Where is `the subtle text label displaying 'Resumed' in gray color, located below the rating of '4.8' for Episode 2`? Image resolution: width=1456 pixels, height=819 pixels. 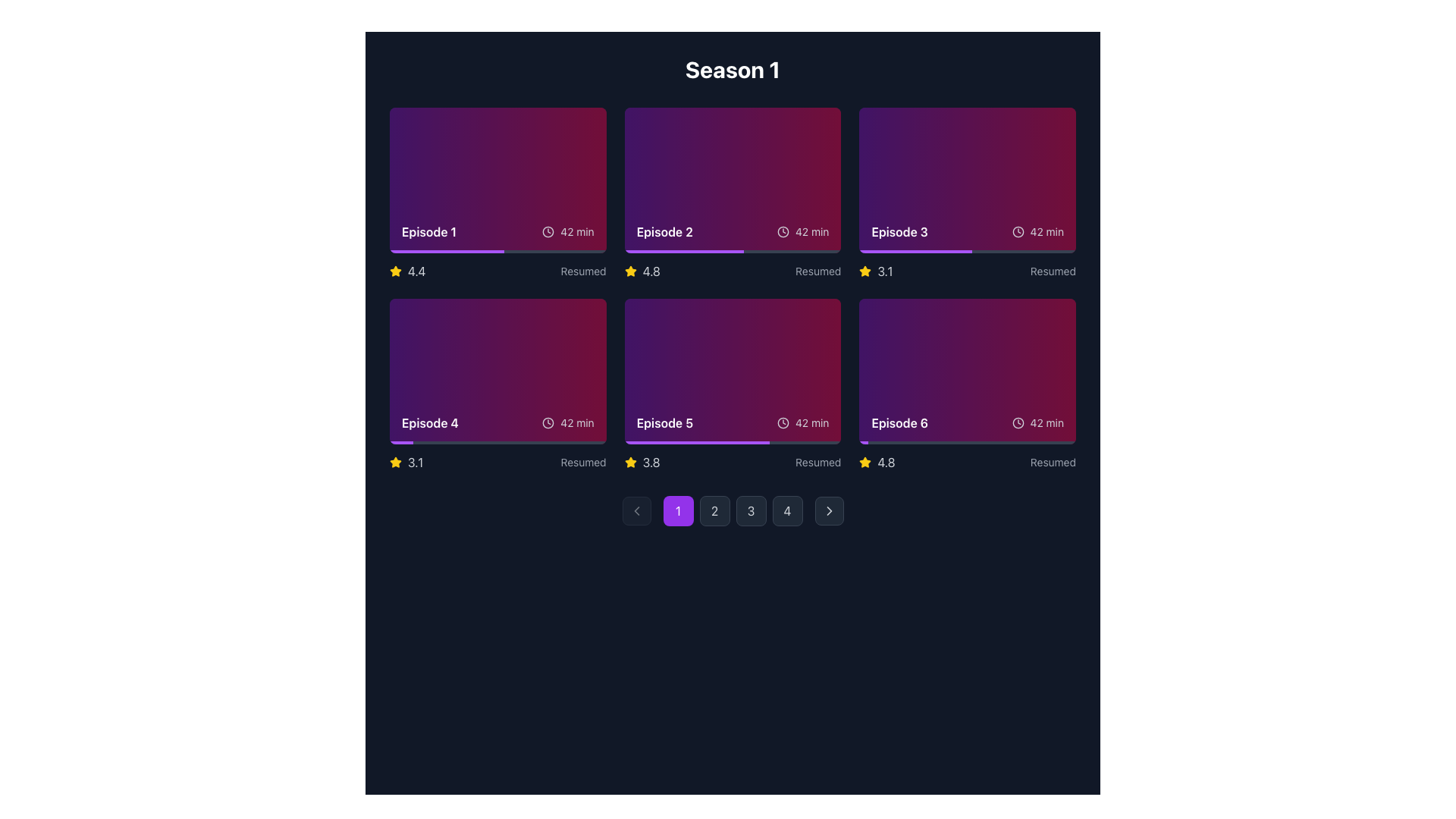
the subtle text label displaying 'Resumed' in gray color, located below the rating of '4.8' for Episode 2 is located at coordinates (817, 271).